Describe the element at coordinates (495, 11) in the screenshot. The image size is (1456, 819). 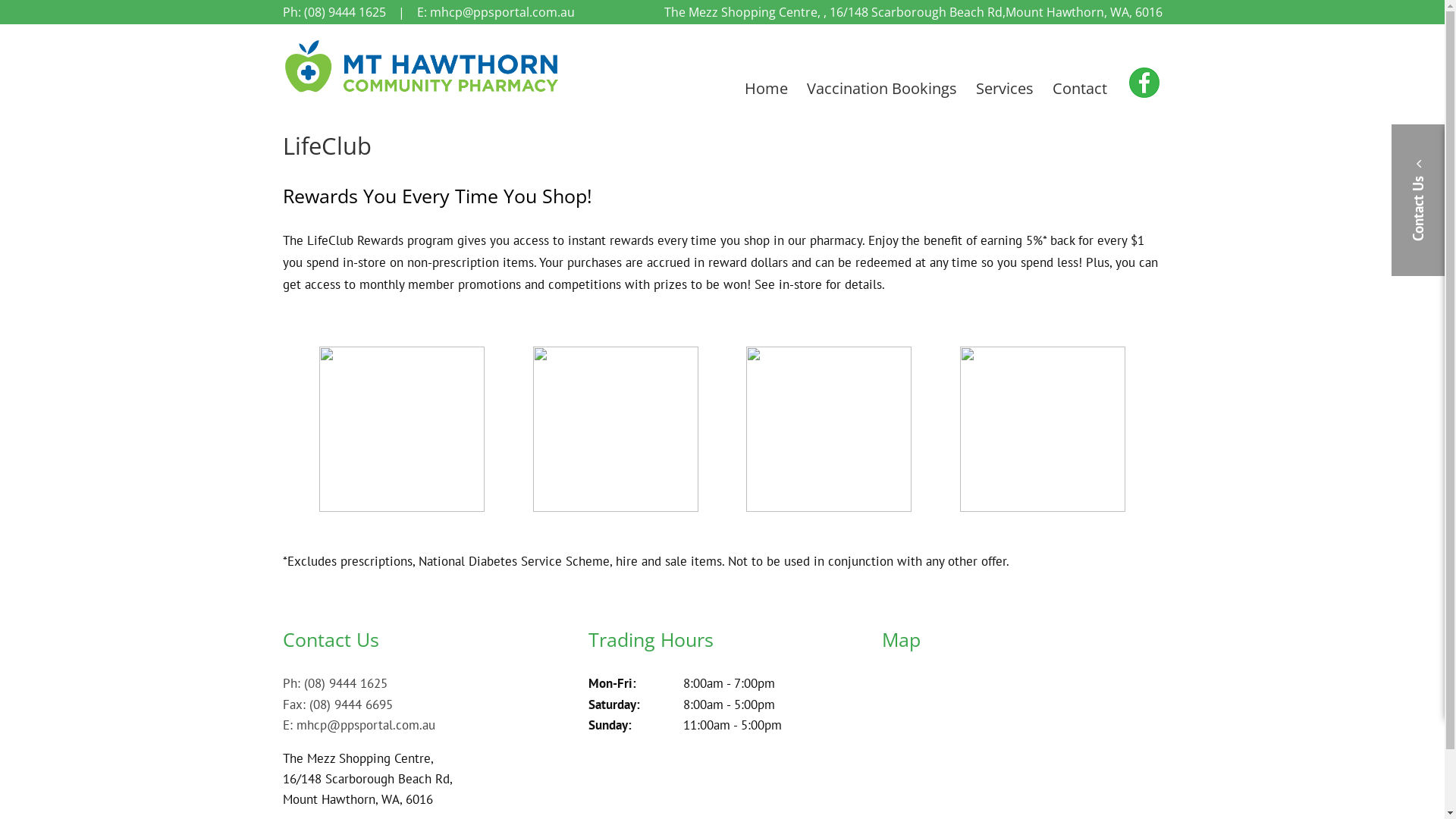
I see `'E: mhcp@ppsportal.com.au'` at that location.